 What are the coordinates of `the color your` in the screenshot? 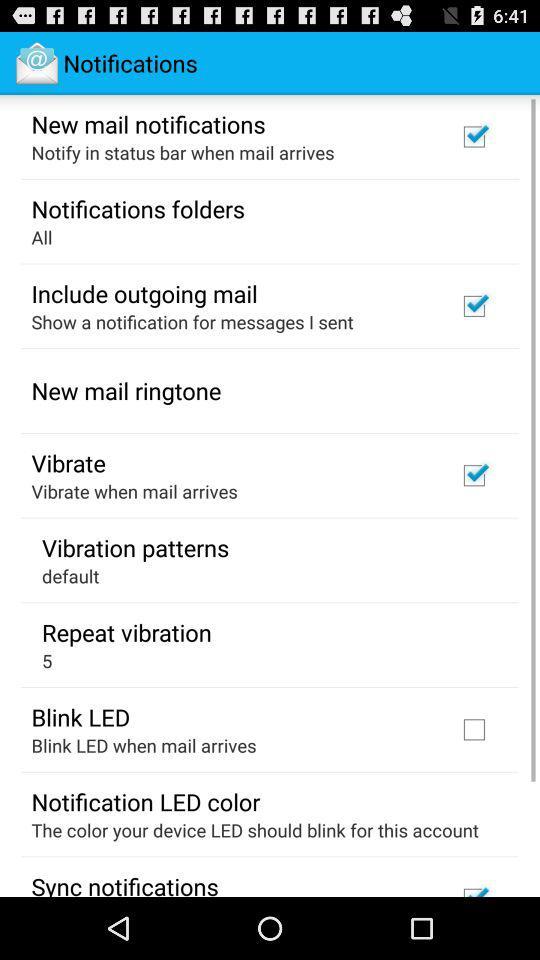 It's located at (255, 830).